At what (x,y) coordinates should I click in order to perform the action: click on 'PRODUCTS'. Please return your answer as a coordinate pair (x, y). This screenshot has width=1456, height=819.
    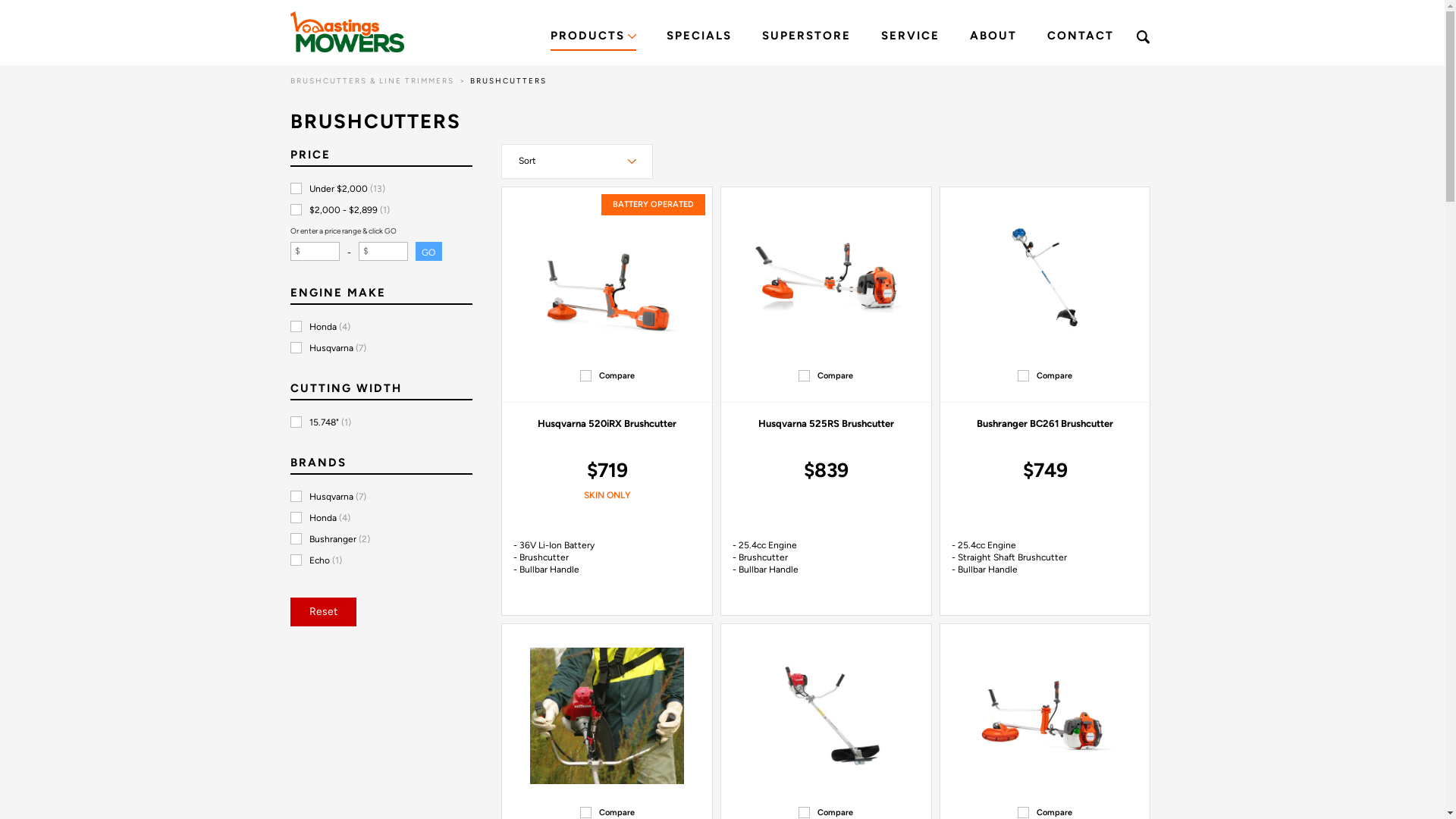
    Looking at the image, I should click on (592, 37).